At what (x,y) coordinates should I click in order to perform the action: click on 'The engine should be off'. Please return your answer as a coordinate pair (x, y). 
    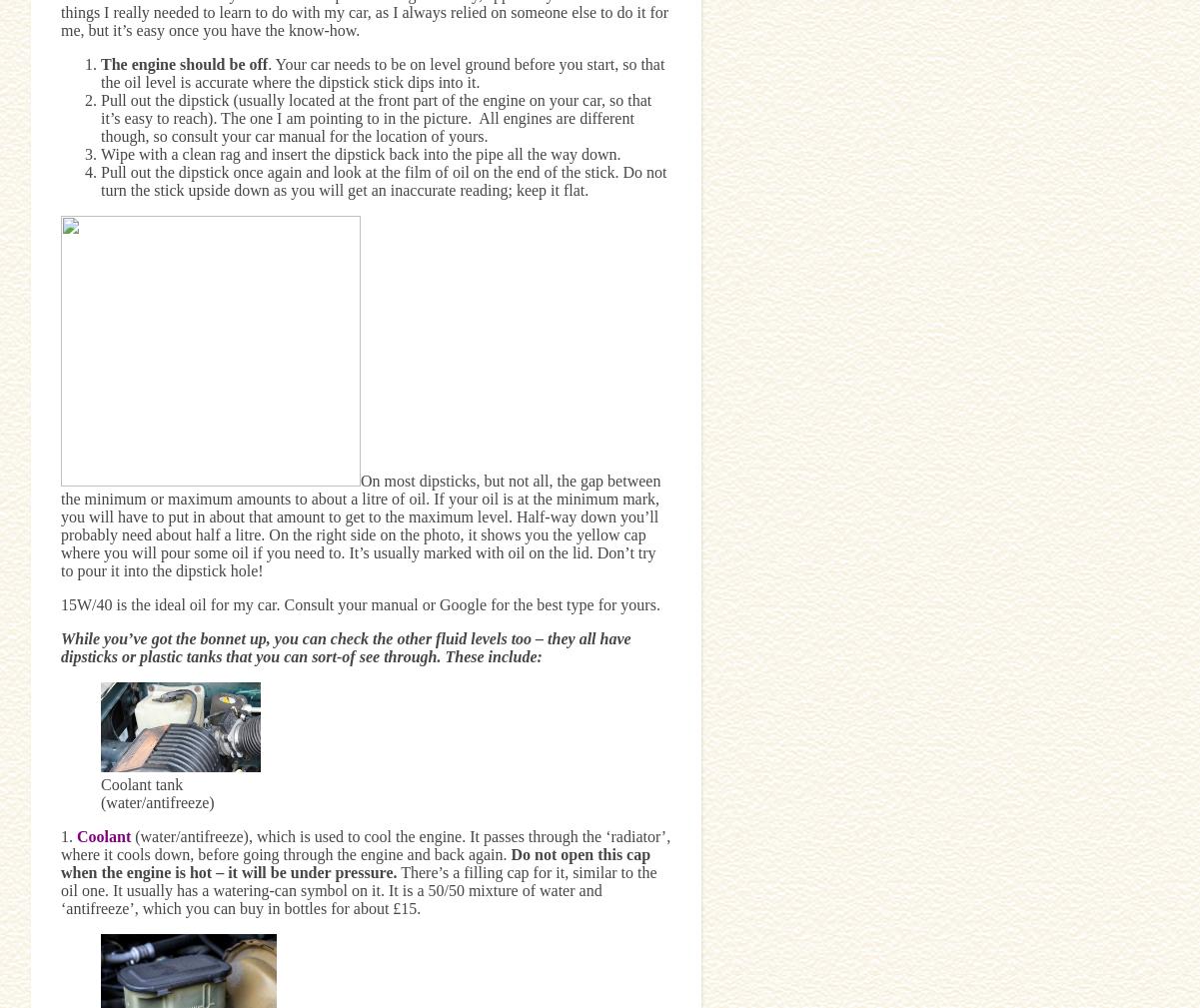
    Looking at the image, I should click on (184, 62).